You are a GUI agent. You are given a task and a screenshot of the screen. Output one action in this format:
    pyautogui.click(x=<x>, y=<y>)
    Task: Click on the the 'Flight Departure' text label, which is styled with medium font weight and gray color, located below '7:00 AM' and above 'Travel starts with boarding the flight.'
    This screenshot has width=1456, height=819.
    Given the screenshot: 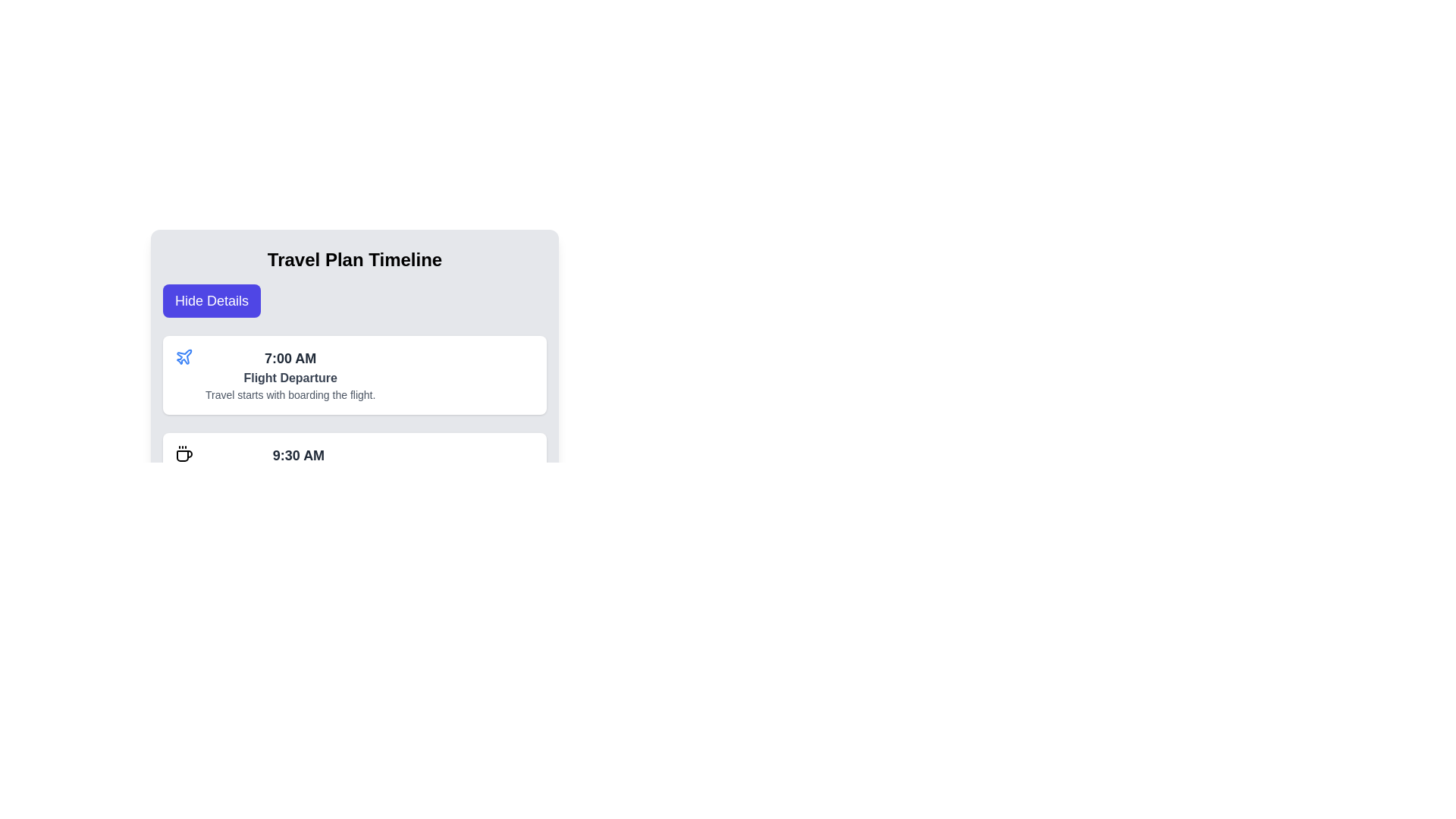 What is the action you would take?
    pyautogui.click(x=290, y=377)
    